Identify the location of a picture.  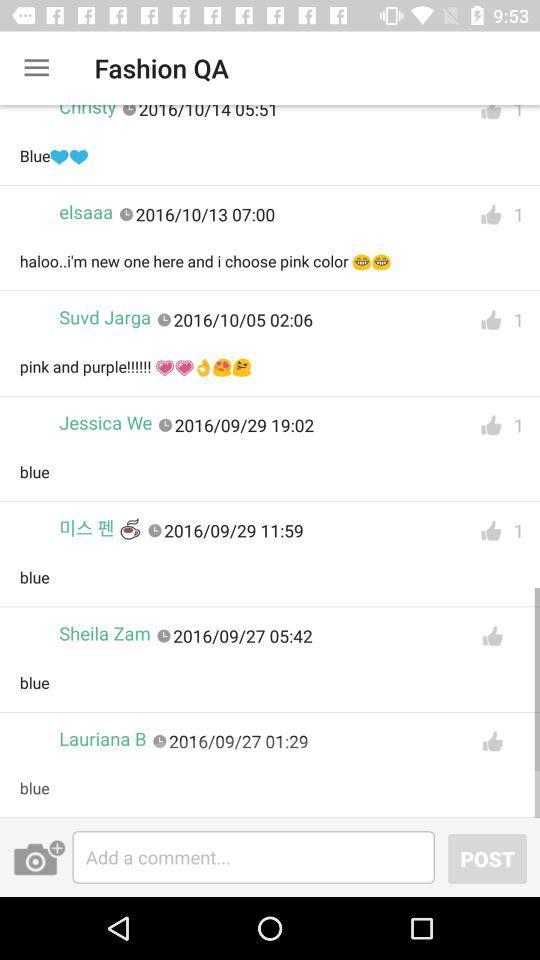
(39, 856).